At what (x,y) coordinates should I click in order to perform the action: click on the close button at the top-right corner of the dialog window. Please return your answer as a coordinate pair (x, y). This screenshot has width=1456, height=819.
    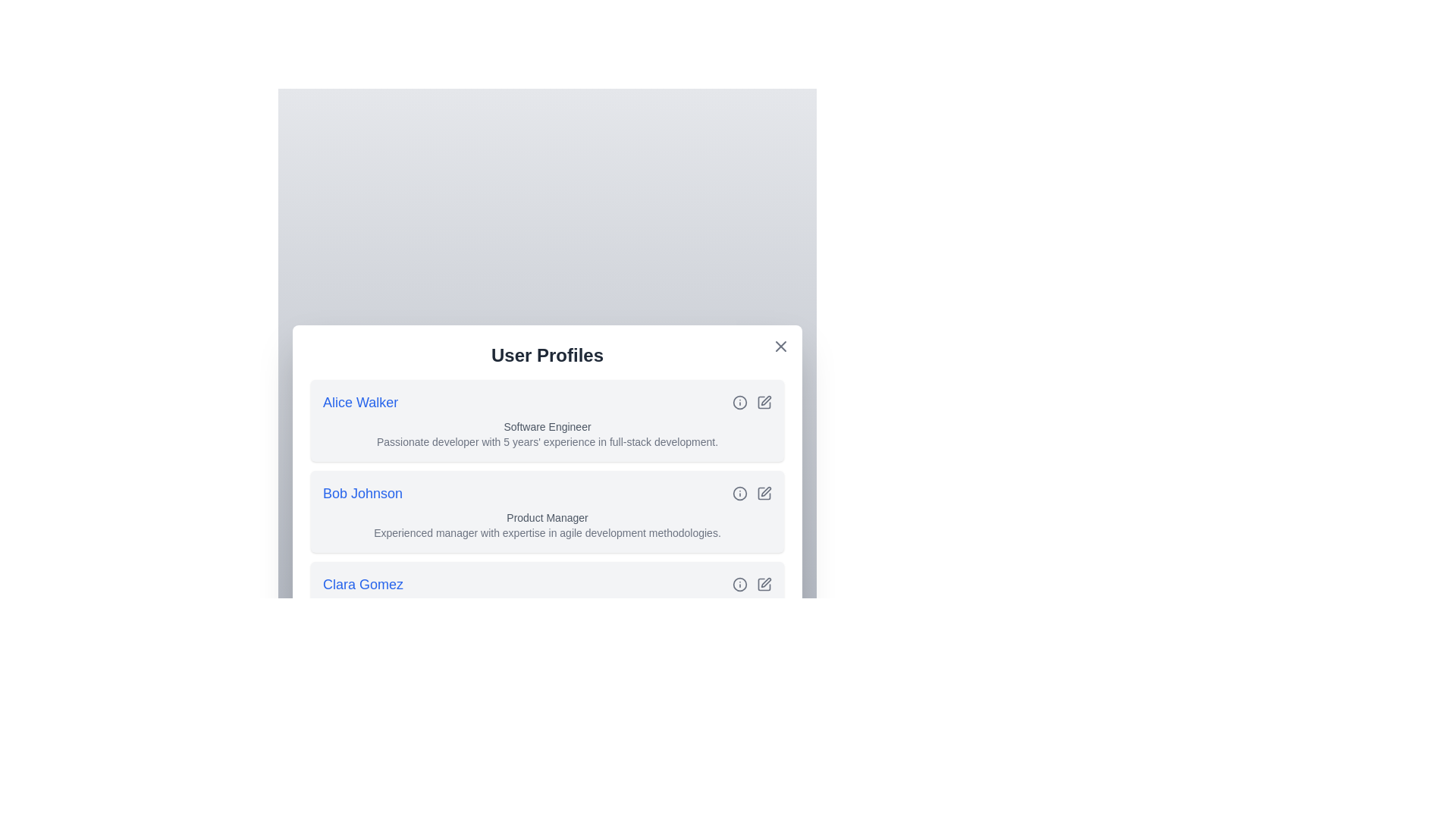
    Looking at the image, I should click on (781, 346).